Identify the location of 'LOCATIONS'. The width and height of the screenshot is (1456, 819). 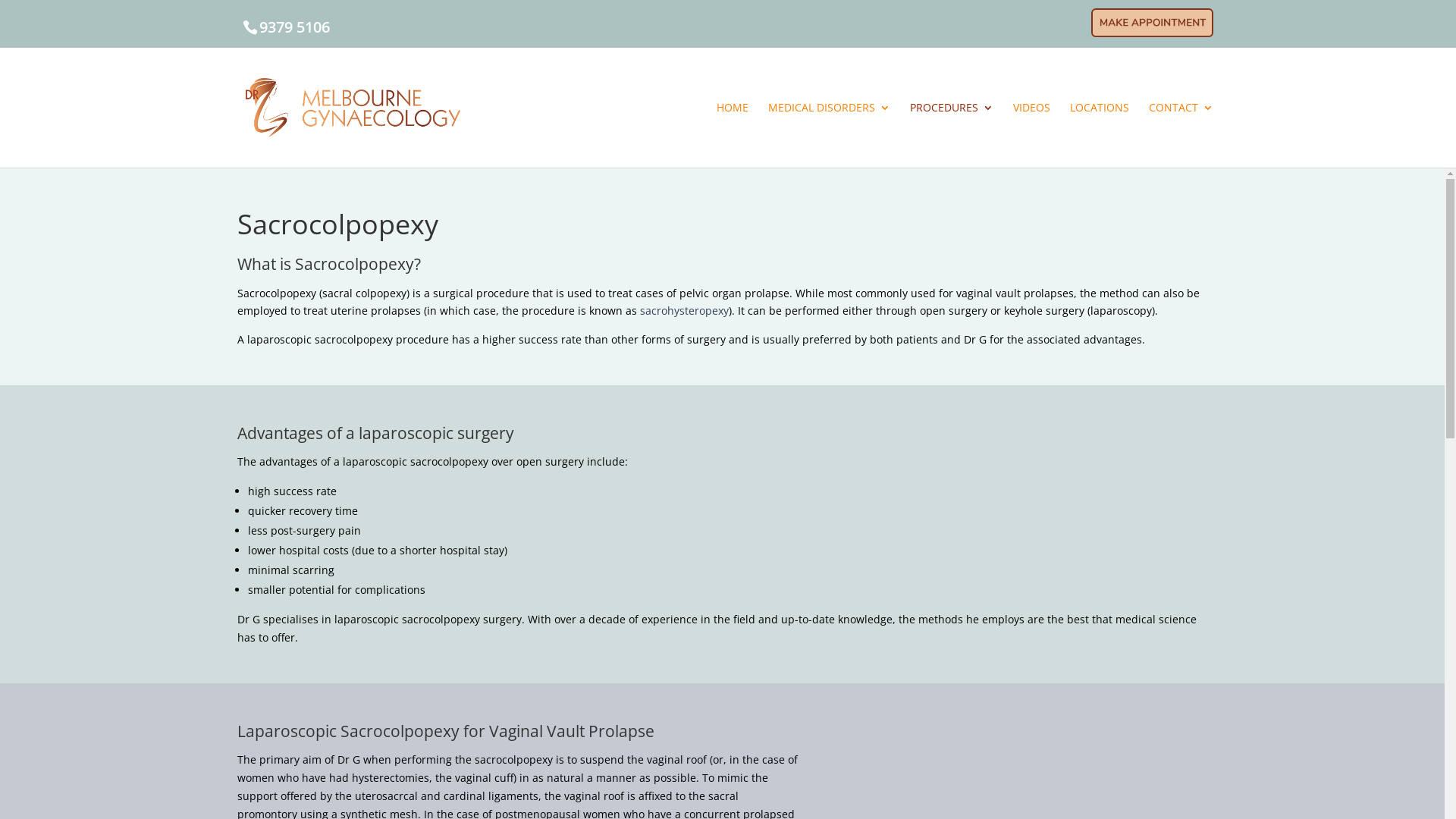
(1099, 133).